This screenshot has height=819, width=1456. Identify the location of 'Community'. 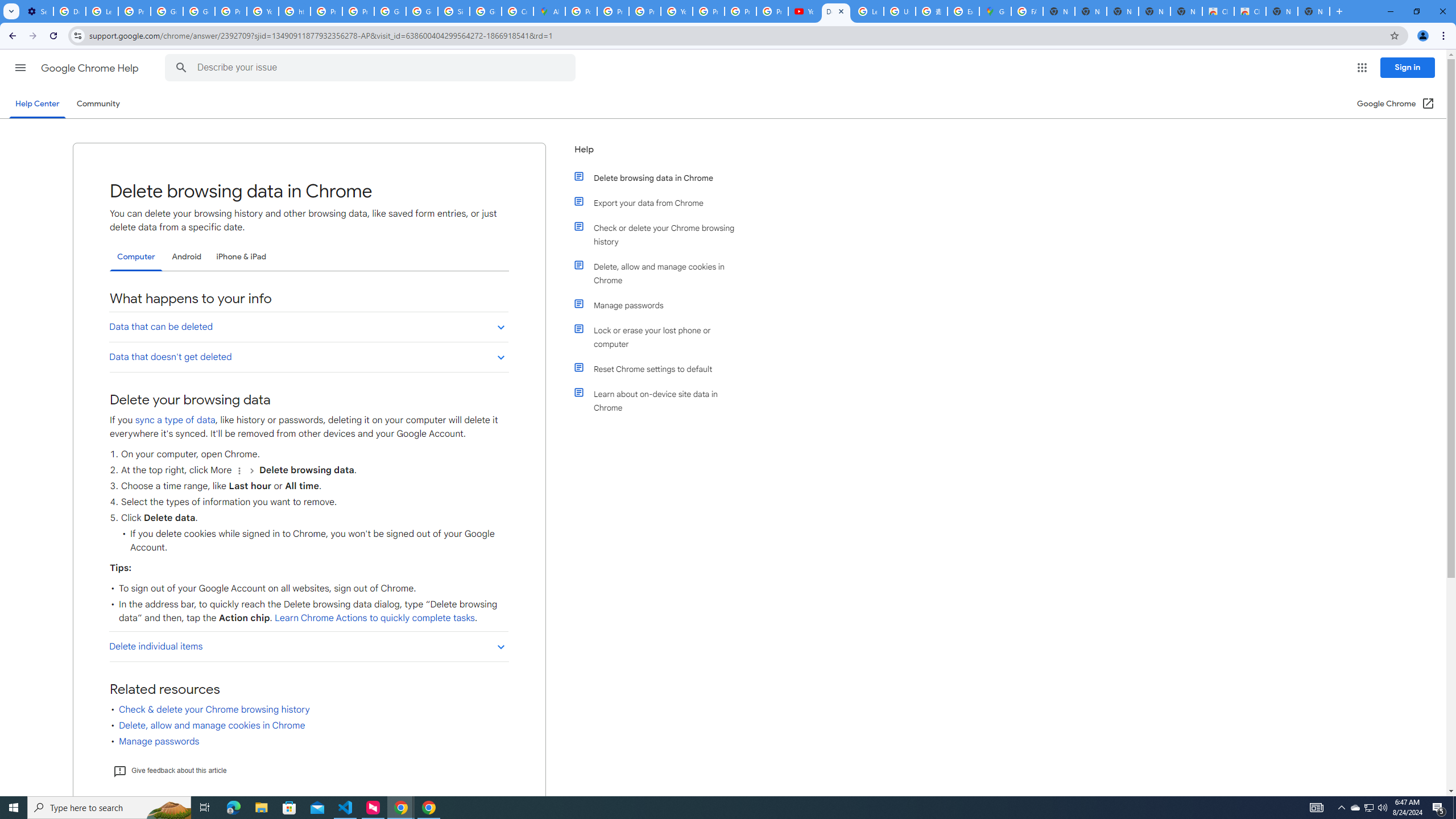
(97, 103).